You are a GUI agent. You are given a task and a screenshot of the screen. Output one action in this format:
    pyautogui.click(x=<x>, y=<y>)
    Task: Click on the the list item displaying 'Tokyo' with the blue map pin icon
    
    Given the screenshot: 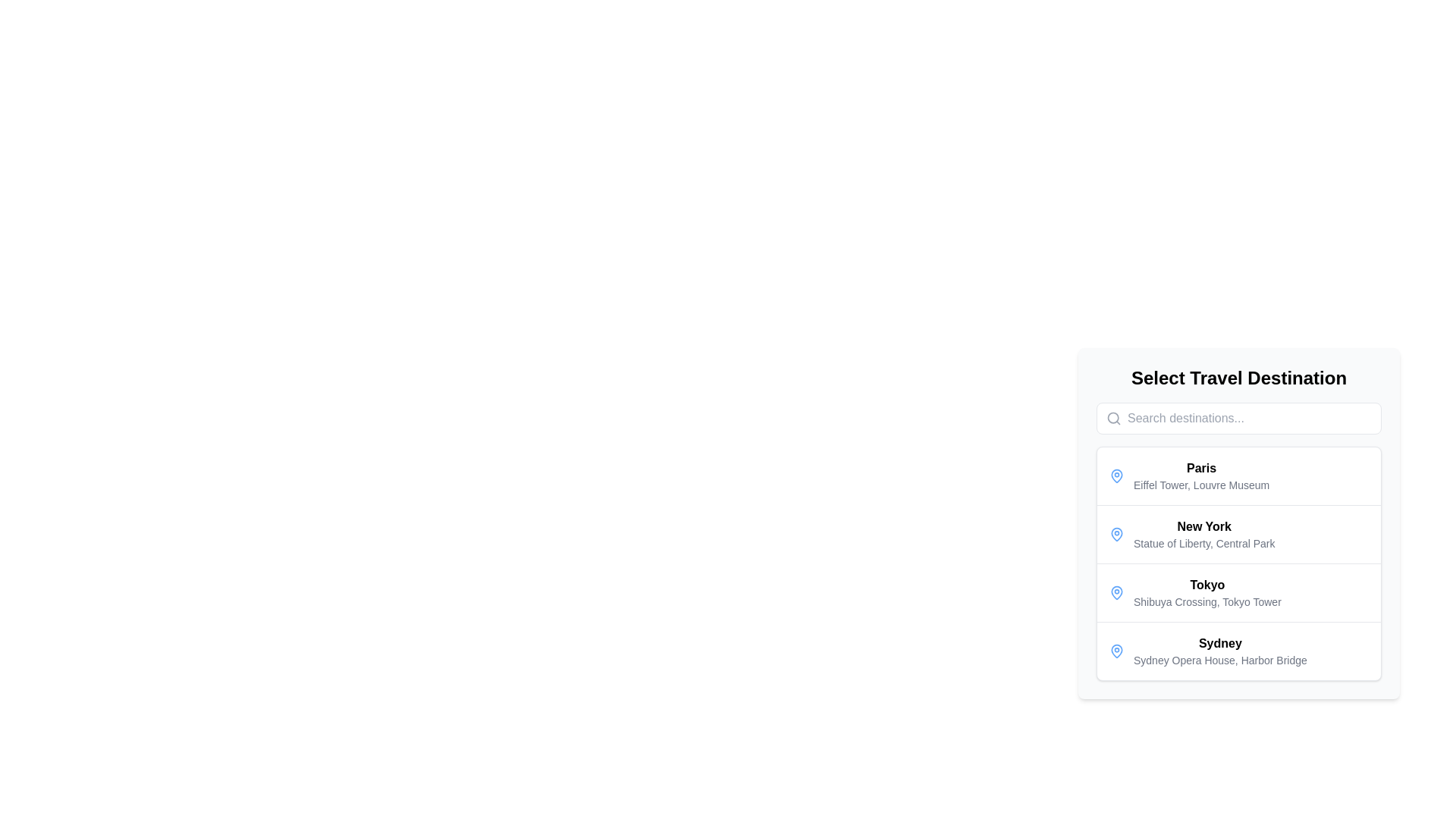 What is the action you would take?
    pyautogui.click(x=1238, y=592)
    